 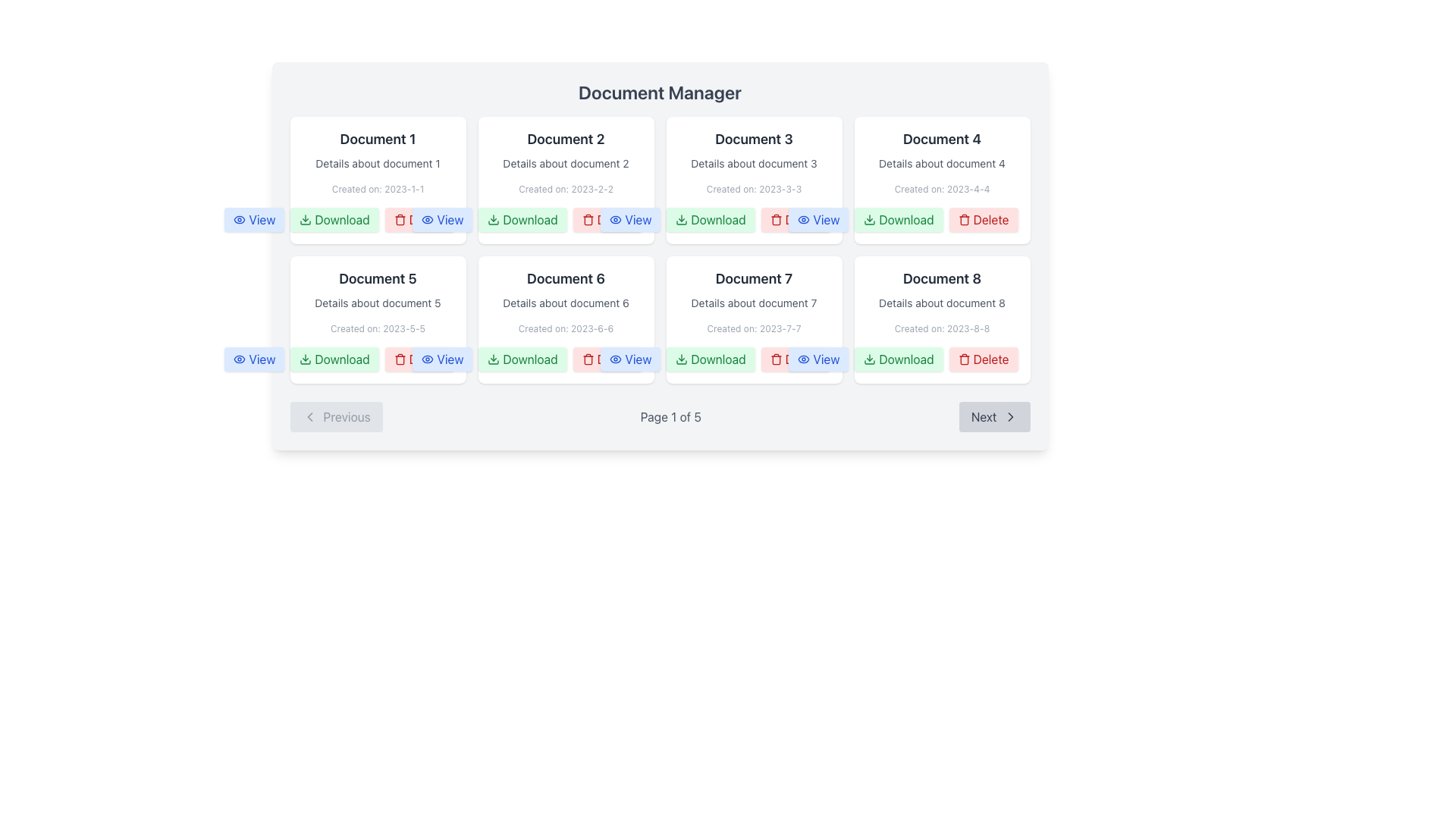 What do you see at coordinates (754, 328) in the screenshot?
I see `the creation date text element located at the bottom of the card labeled 'Document 7' in the 'Document Manager' interface` at bounding box center [754, 328].